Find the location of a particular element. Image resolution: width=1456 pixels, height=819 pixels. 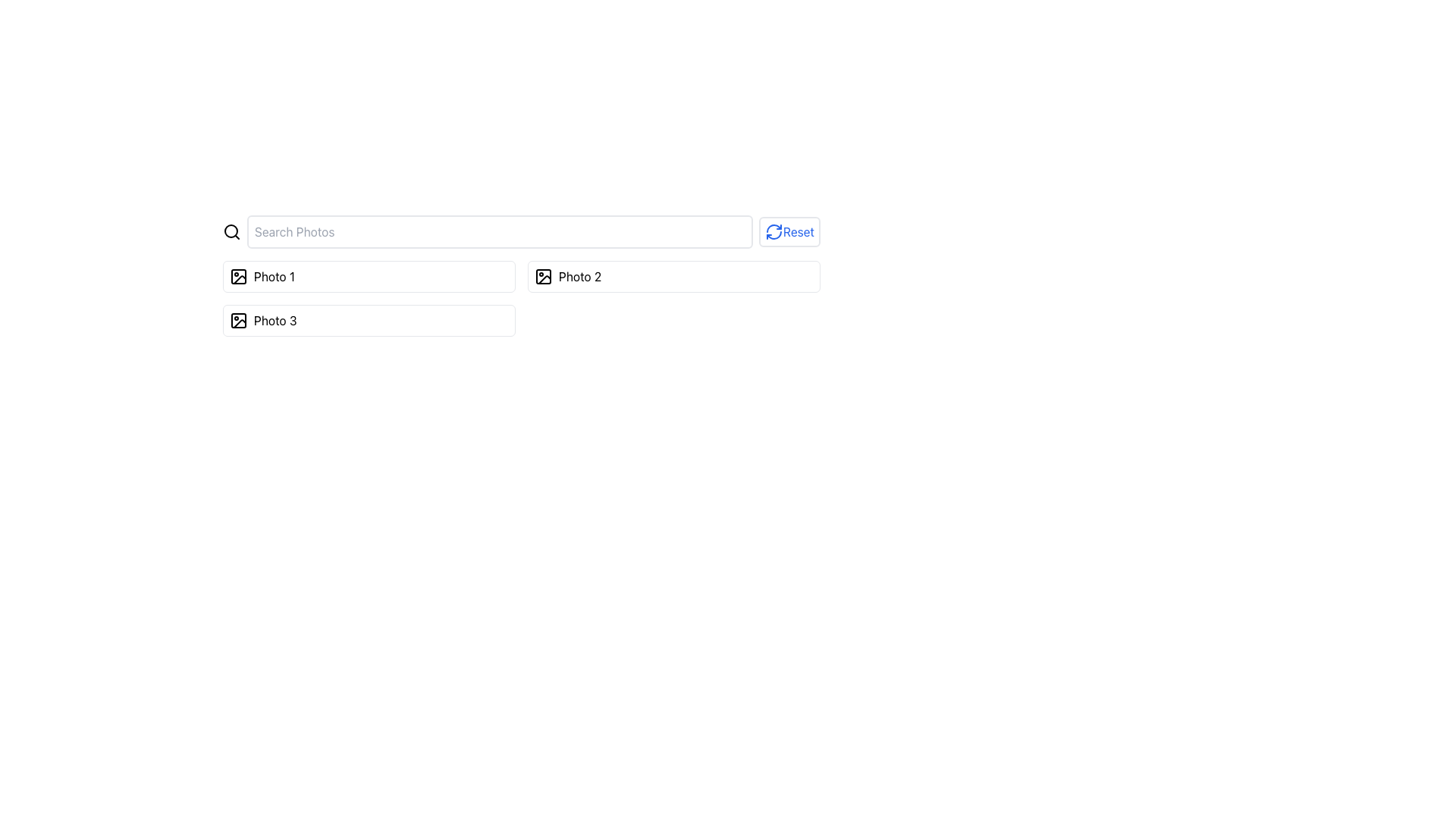

the text label displaying 'Photo 3' is located at coordinates (275, 320).